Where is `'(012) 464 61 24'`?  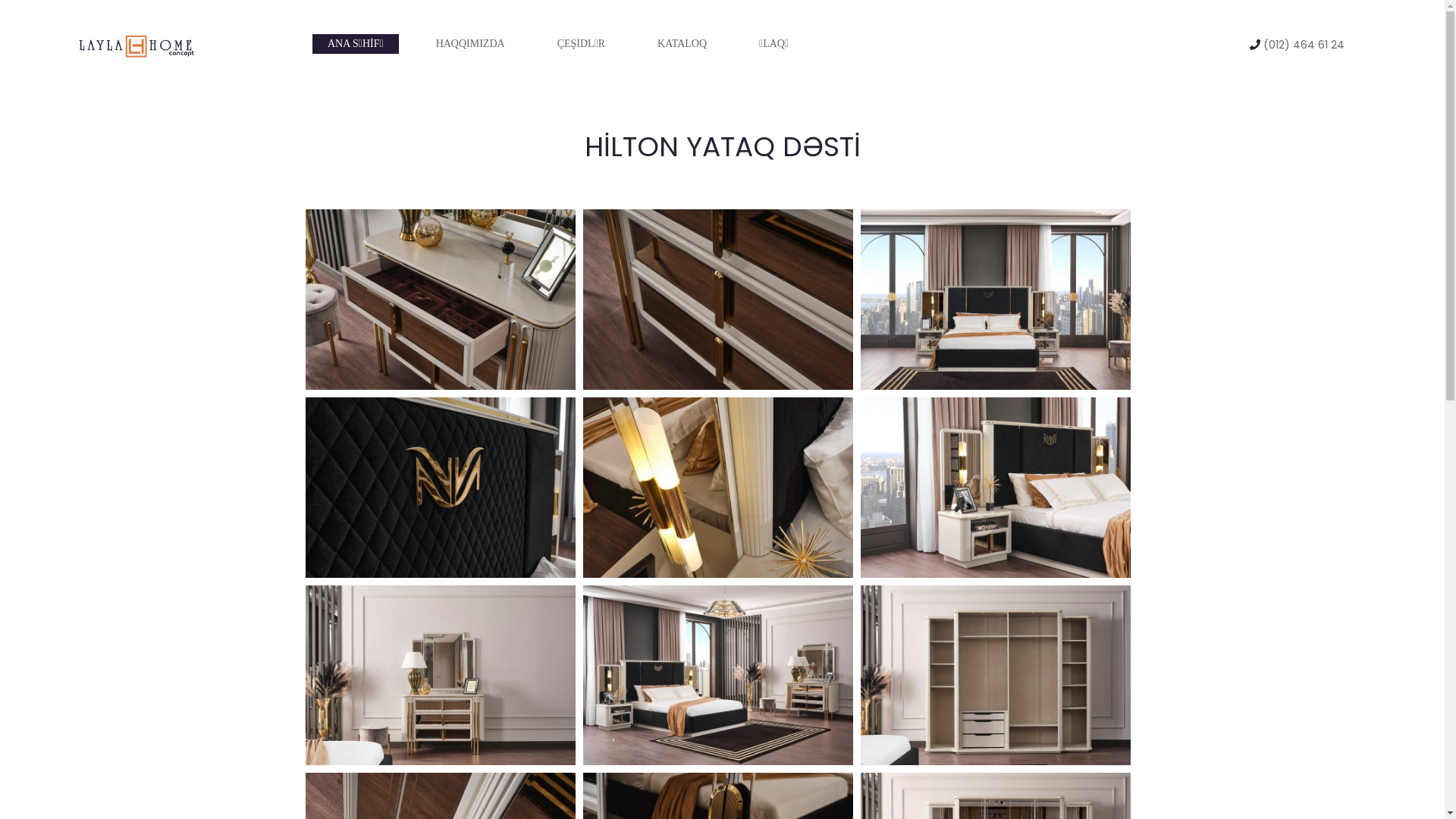 '(012) 464 61 24' is located at coordinates (1303, 44).